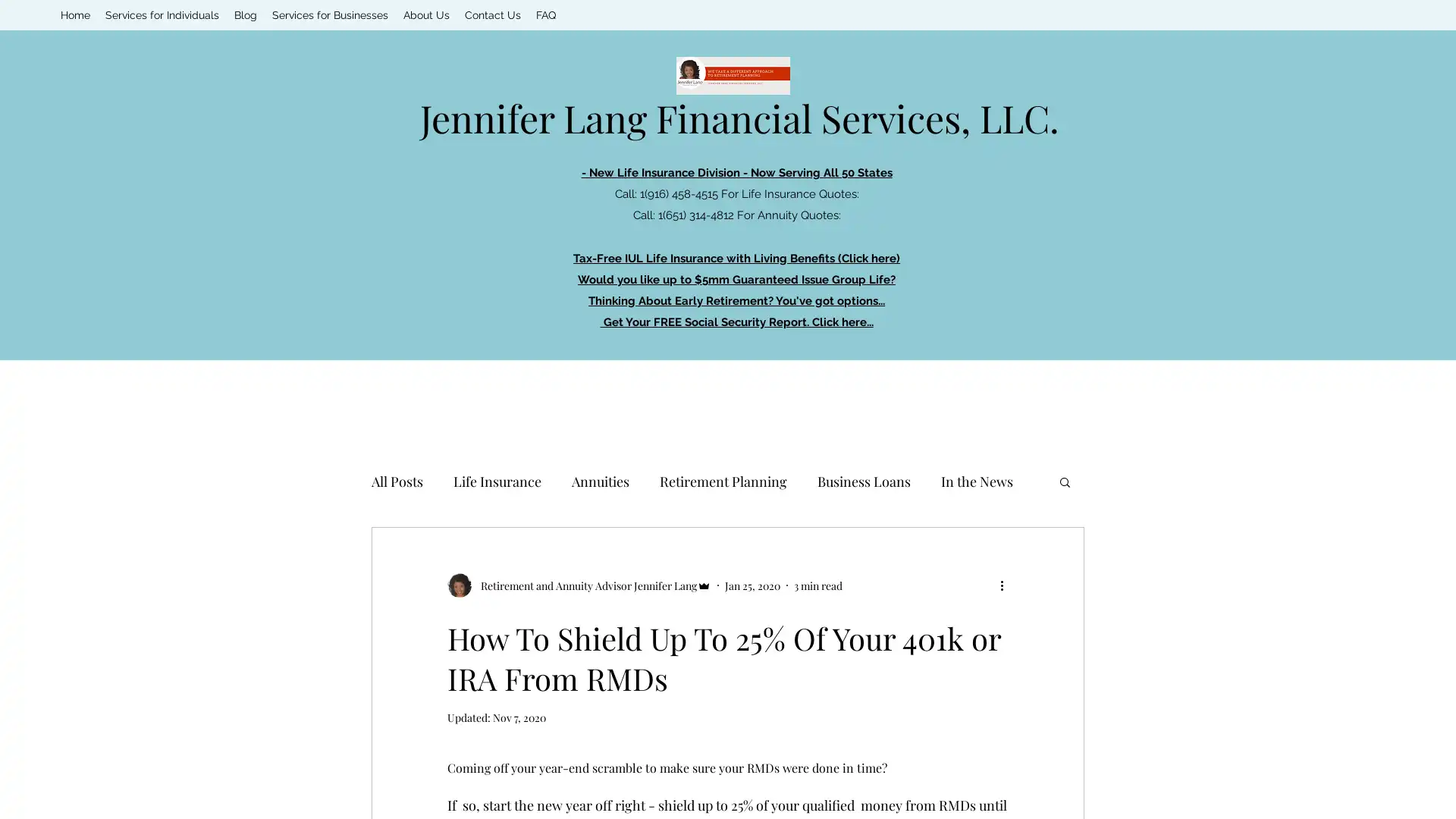  Describe the element at coordinates (1006, 584) in the screenshot. I see `More actions` at that location.